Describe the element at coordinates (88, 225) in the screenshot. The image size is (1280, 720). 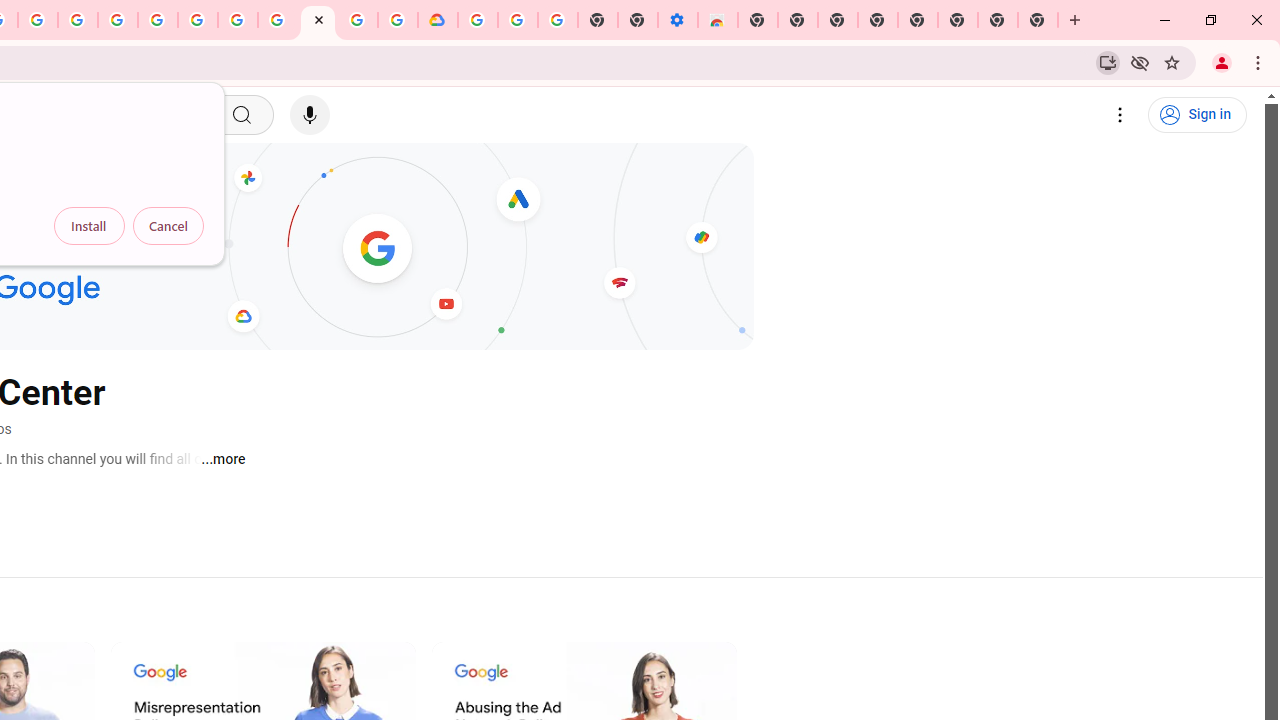
I see `'Install'` at that location.